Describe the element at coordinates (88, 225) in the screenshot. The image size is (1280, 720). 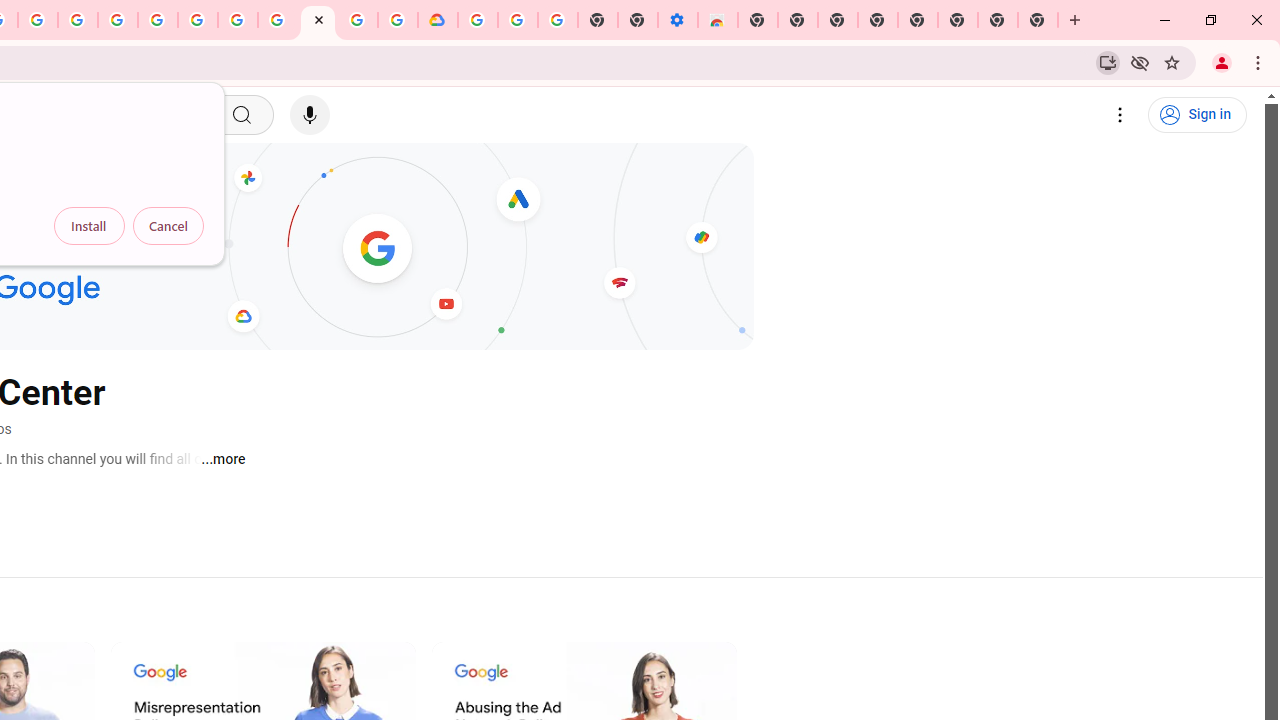
I see `'Install'` at that location.